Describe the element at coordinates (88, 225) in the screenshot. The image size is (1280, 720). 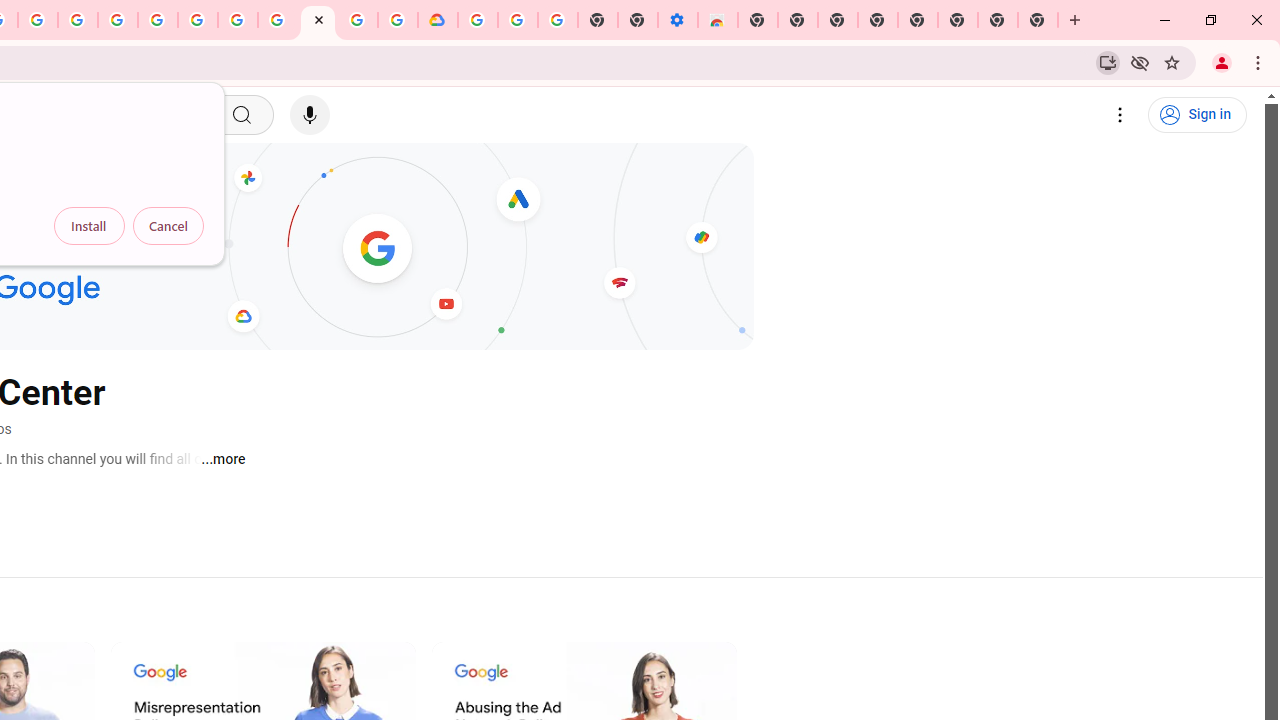
I see `'Install'` at that location.